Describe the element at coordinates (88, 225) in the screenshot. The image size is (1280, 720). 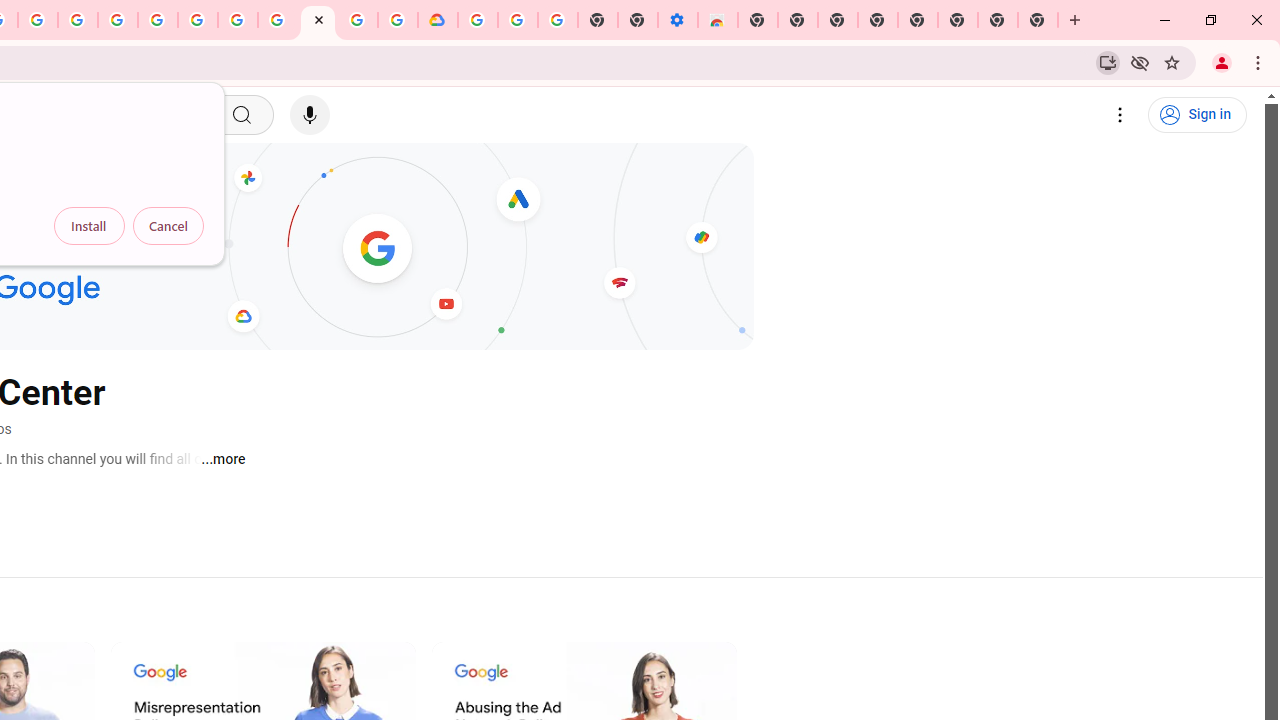
I see `'Install'` at that location.